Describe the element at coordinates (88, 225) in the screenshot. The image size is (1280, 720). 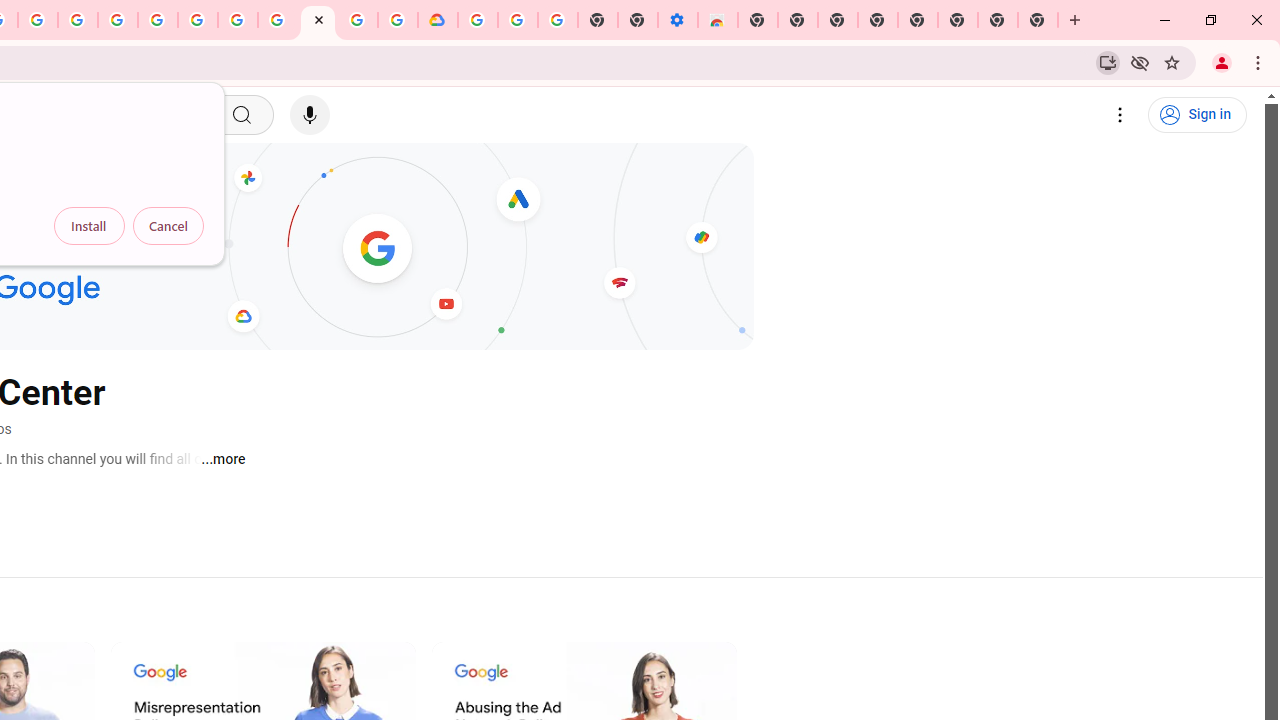
I see `'Install'` at that location.